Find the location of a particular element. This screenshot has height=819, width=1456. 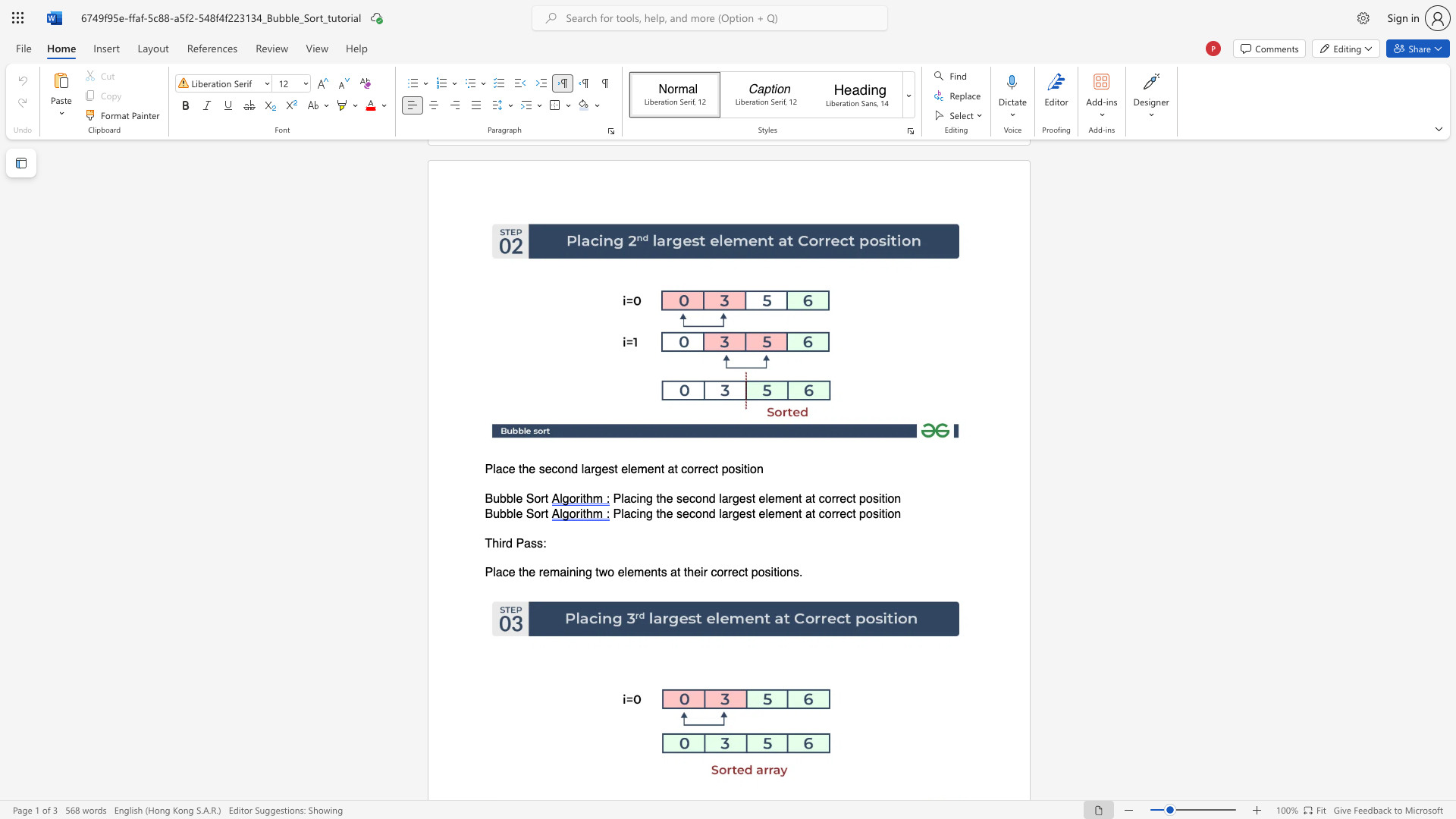

the 1th character "B" in the text is located at coordinates (488, 499).